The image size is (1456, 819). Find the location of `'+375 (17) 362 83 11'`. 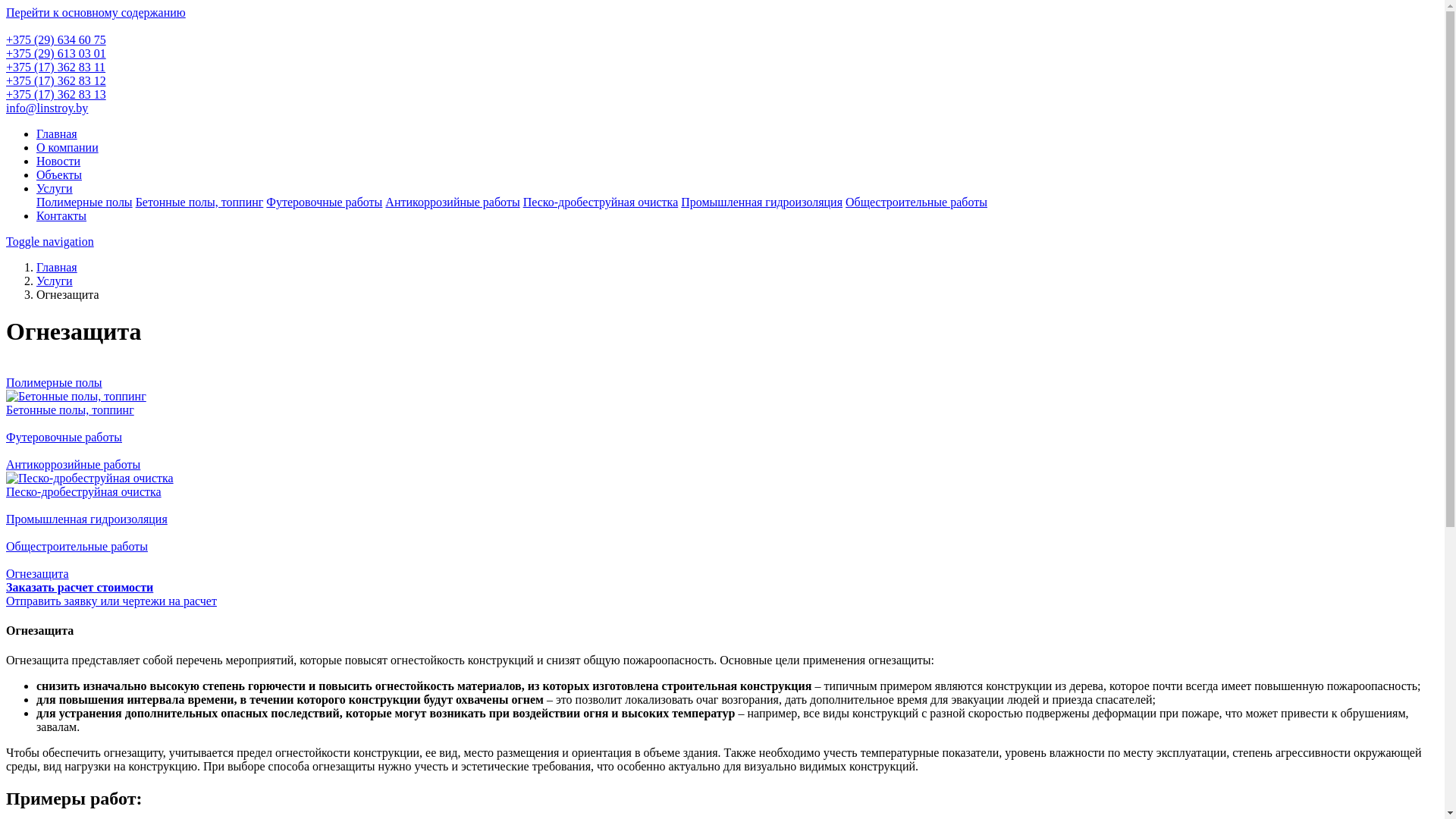

'+375 (17) 362 83 11' is located at coordinates (55, 66).